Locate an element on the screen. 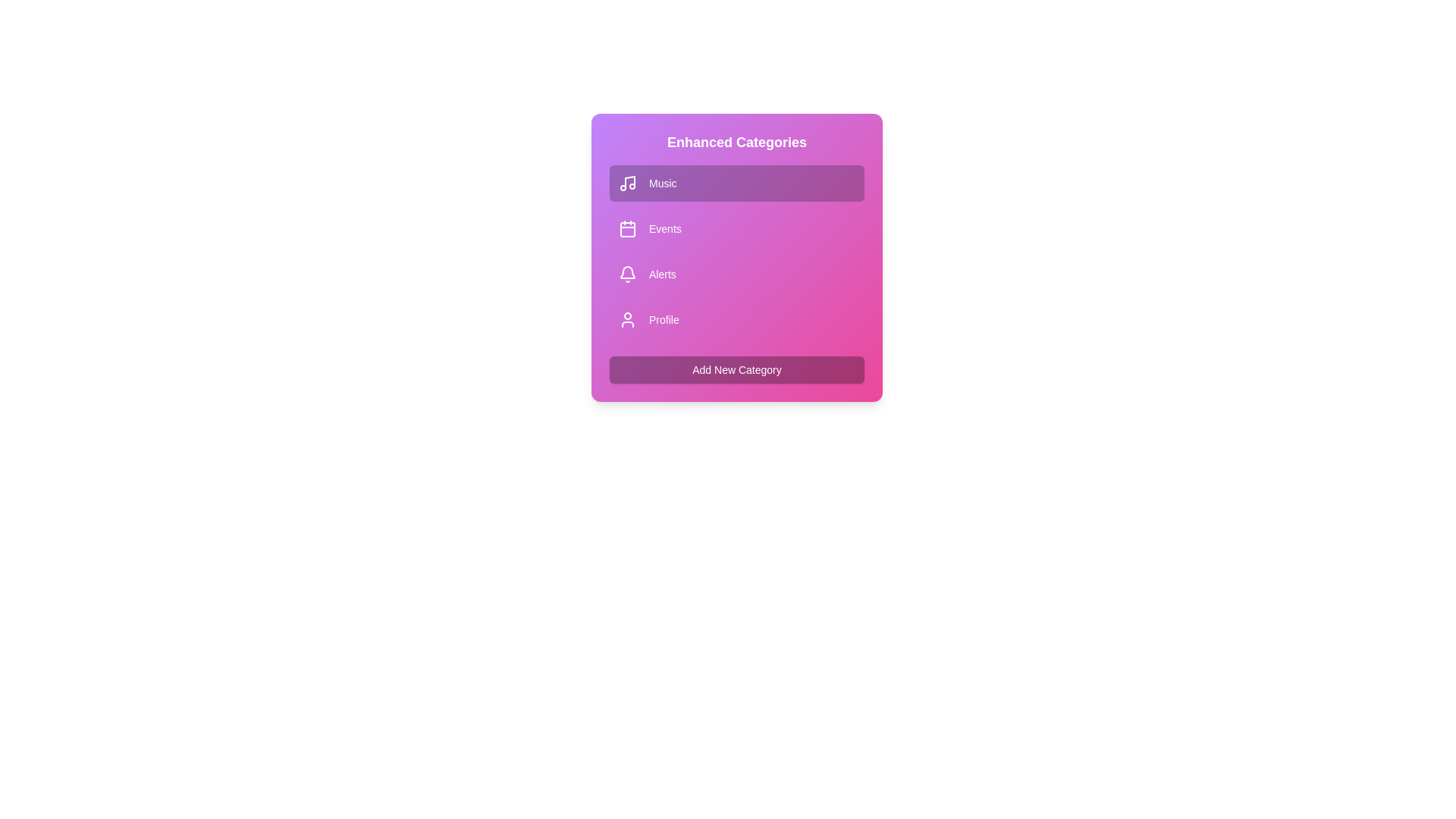  the category Music to observe the hover effect is located at coordinates (736, 183).